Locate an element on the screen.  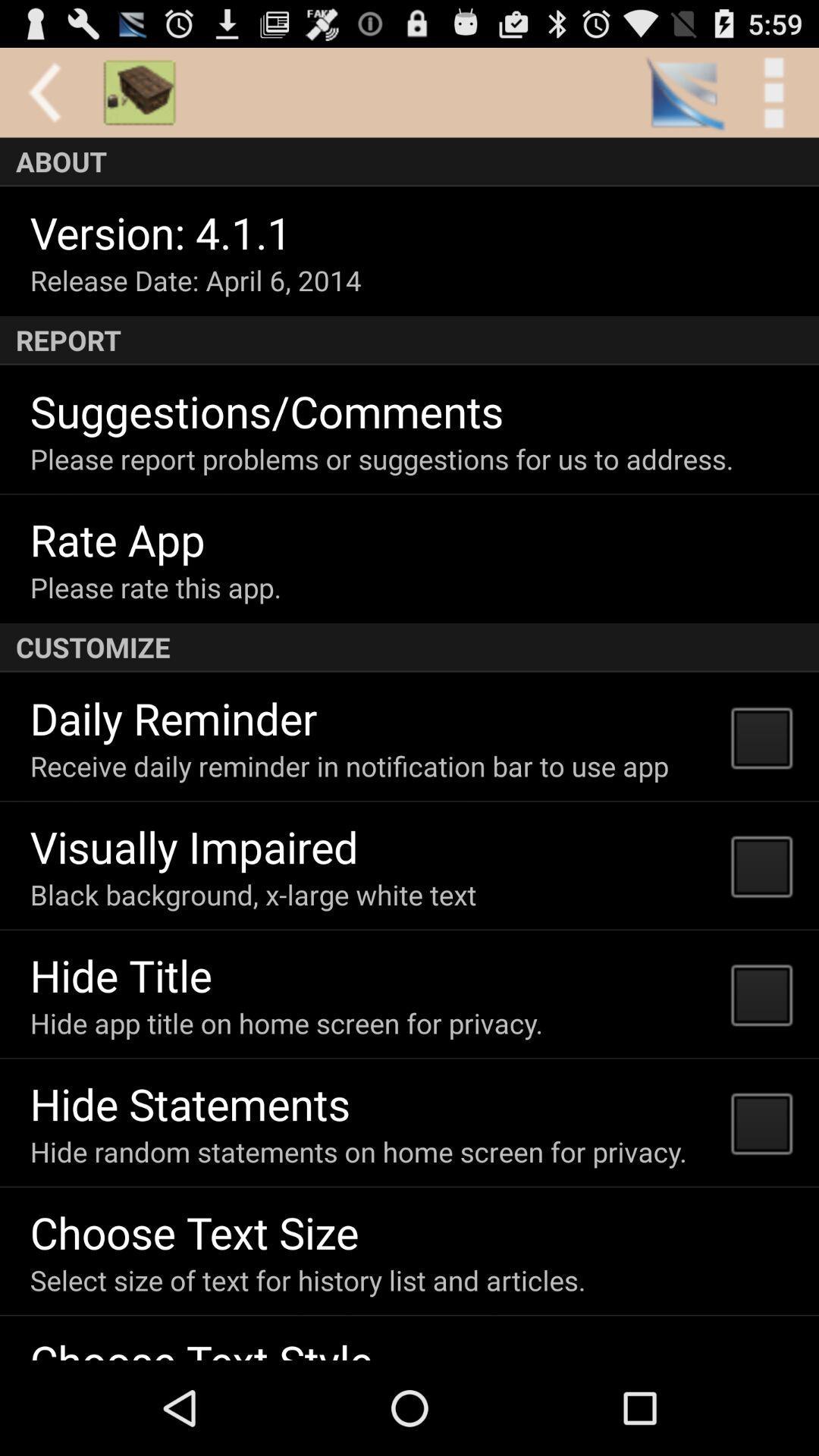
app above the black background x item is located at coordinates (193, 846).